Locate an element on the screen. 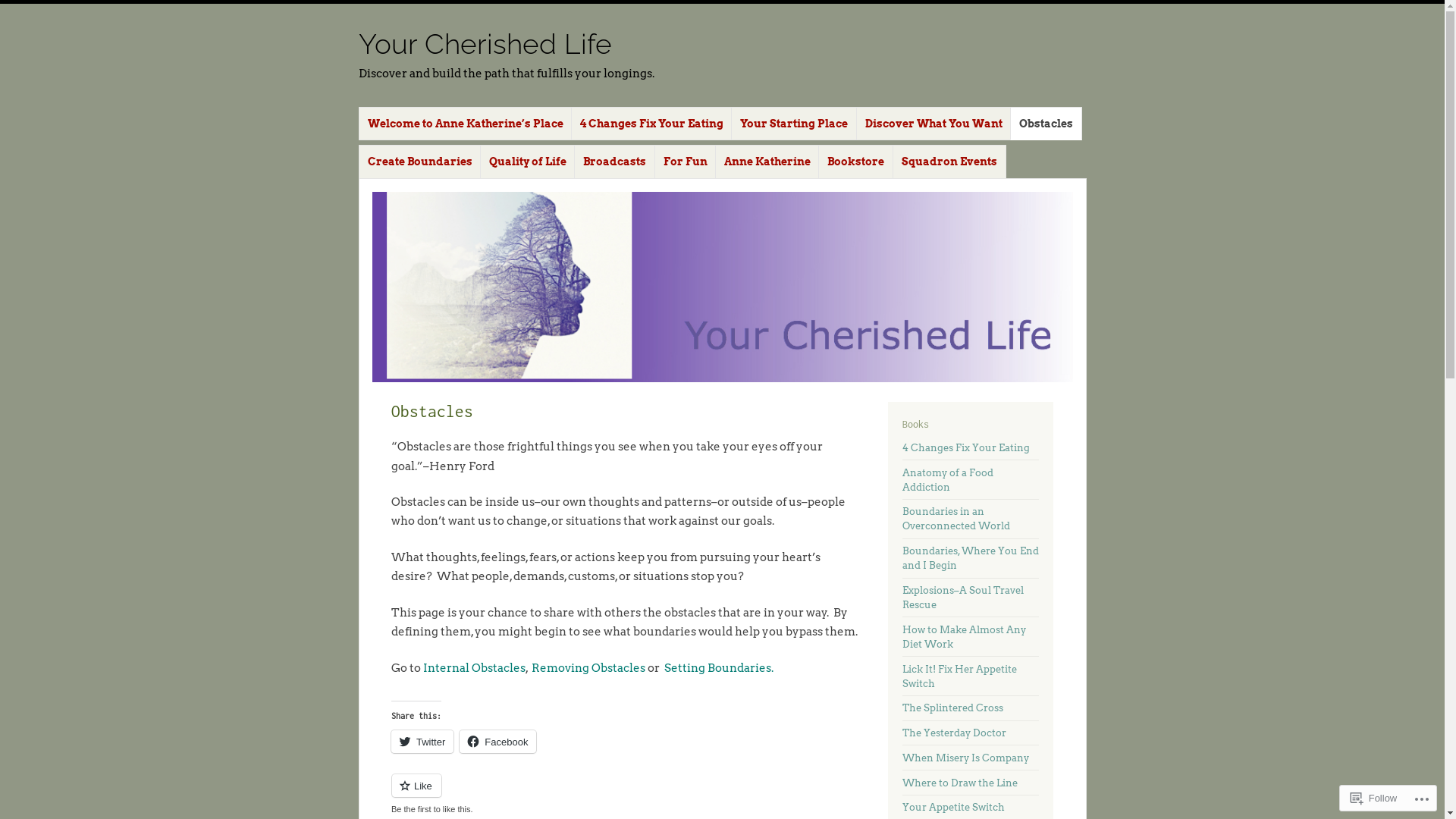  'Lick It! Fix Her Appetite Switch' is located at coordinates (902, 675).